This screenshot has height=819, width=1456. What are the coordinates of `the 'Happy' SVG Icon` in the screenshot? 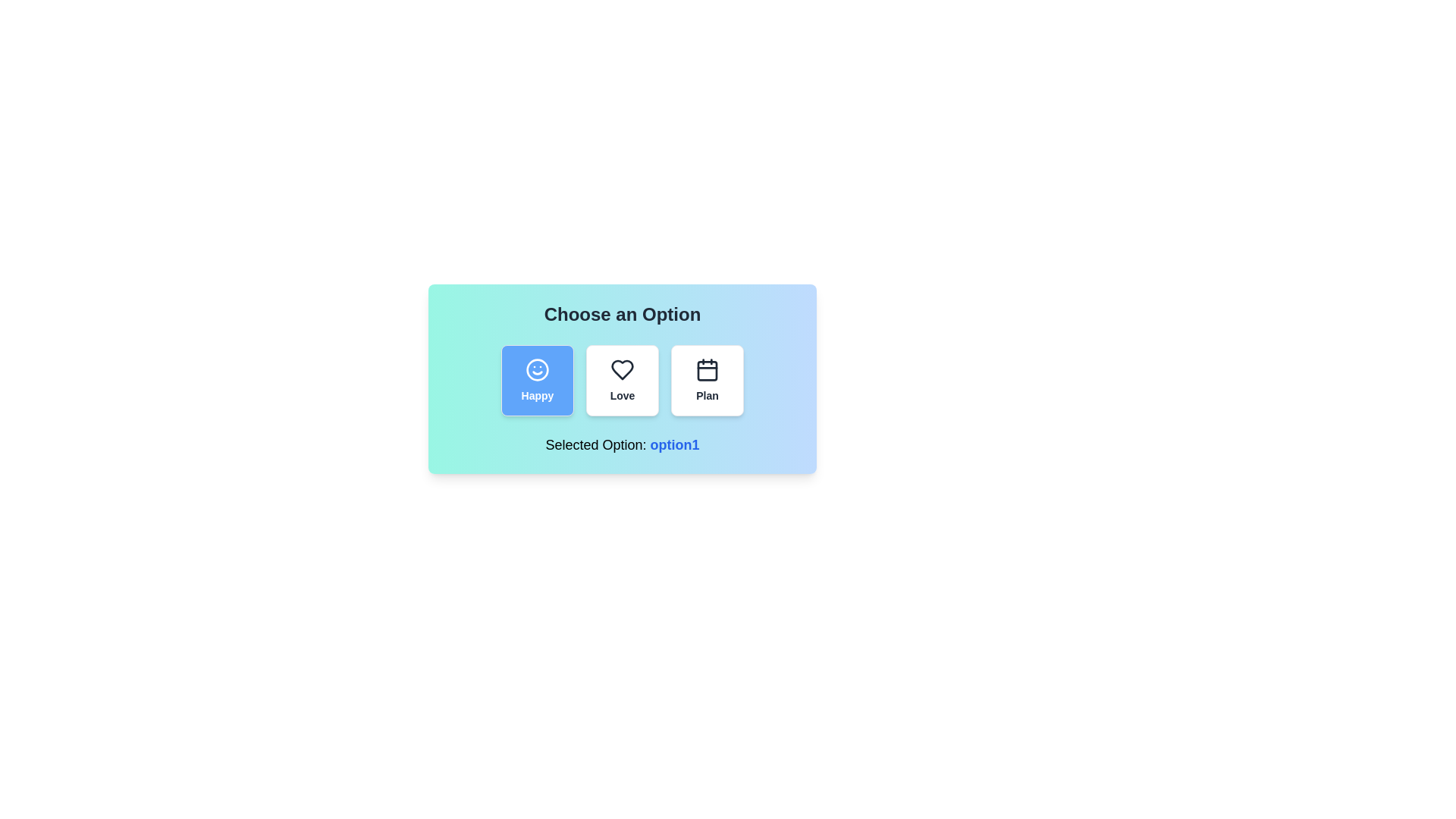 It's located at (538, 370).